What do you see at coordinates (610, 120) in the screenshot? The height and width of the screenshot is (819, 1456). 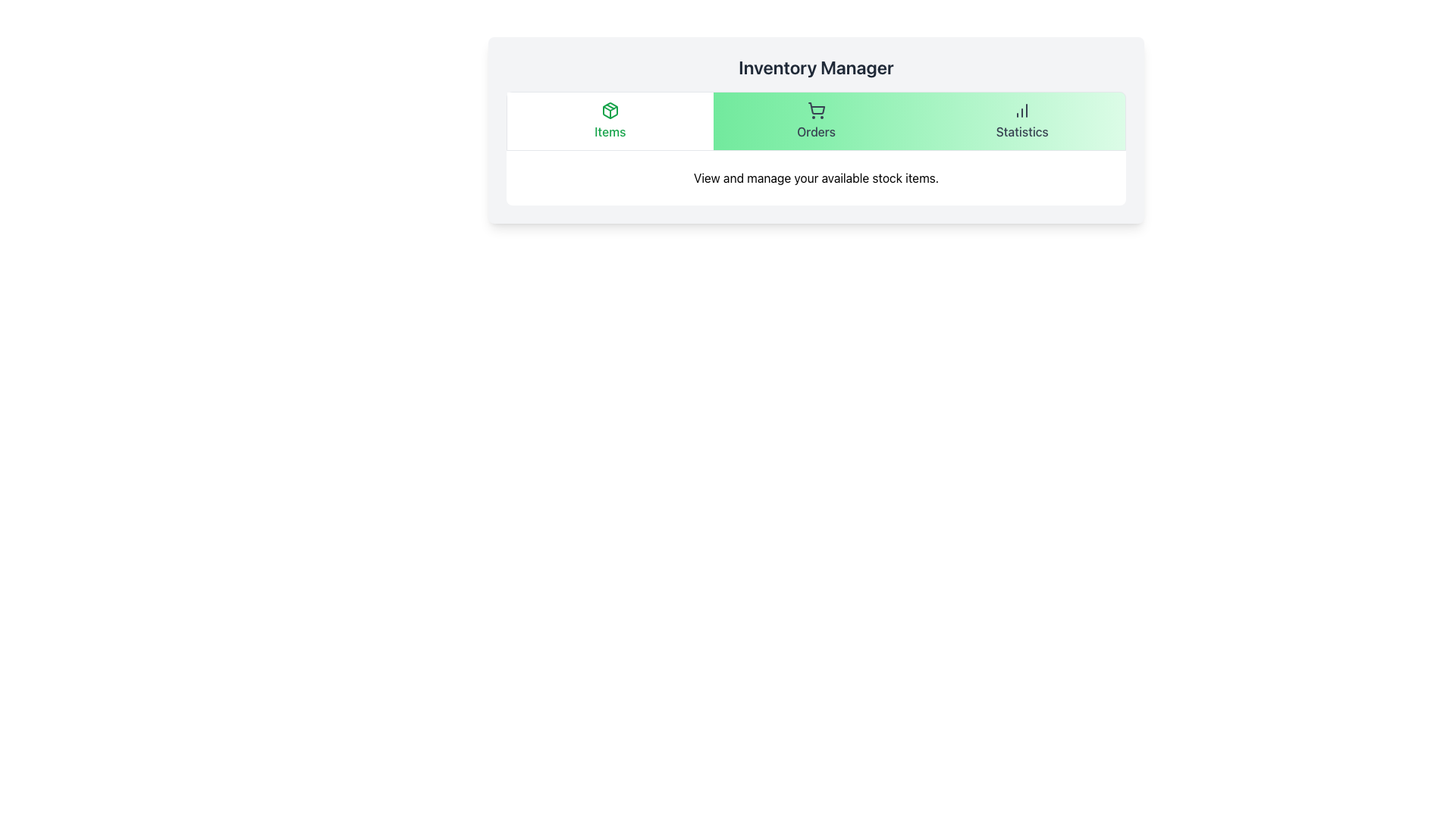 I see `the 'Items' navigation button located in the leftmost section of the navigation bar under 'Inventory Manager'` at bounding box center [610, 120].